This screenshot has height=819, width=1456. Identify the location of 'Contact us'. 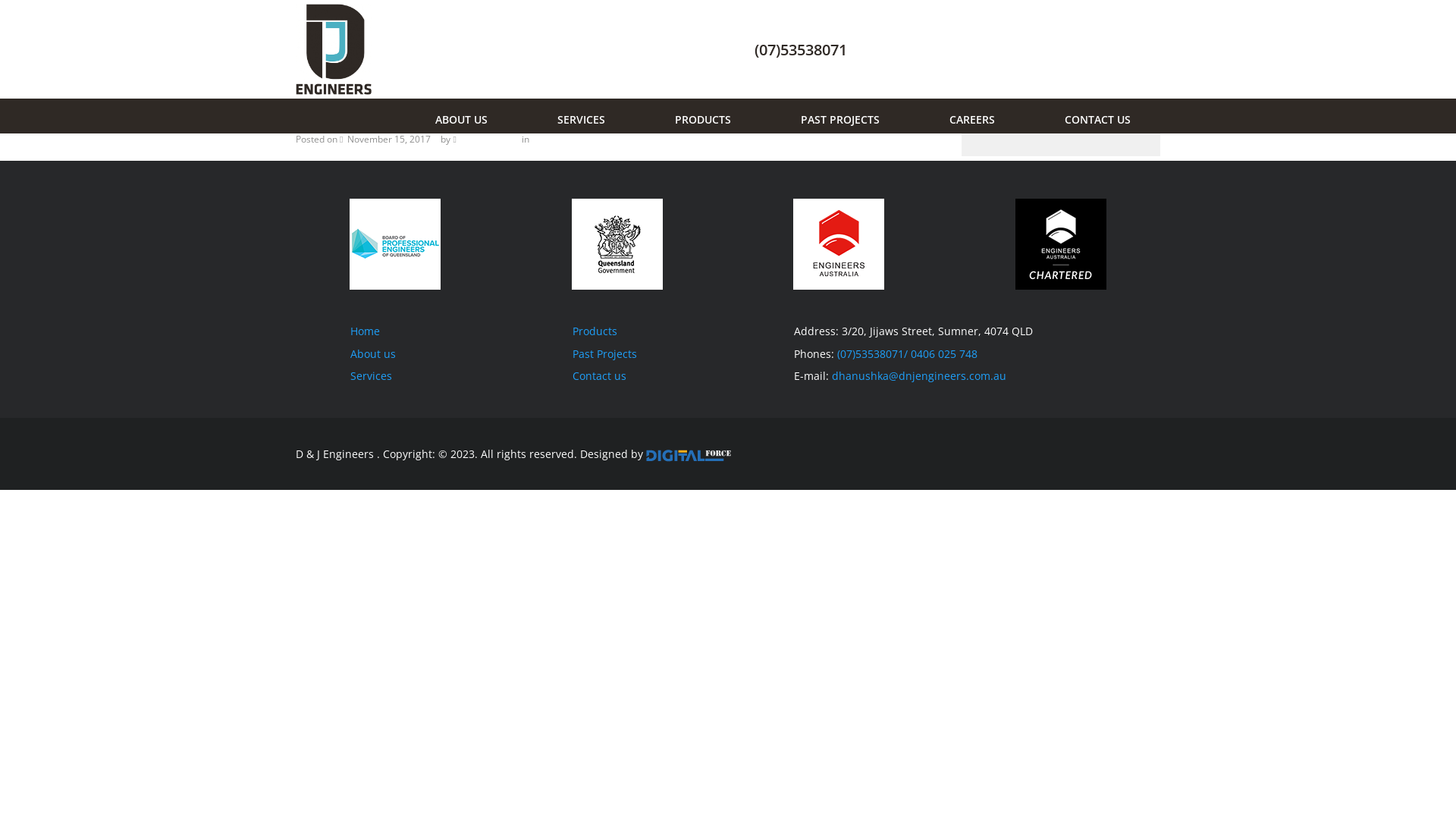
(570, 375).